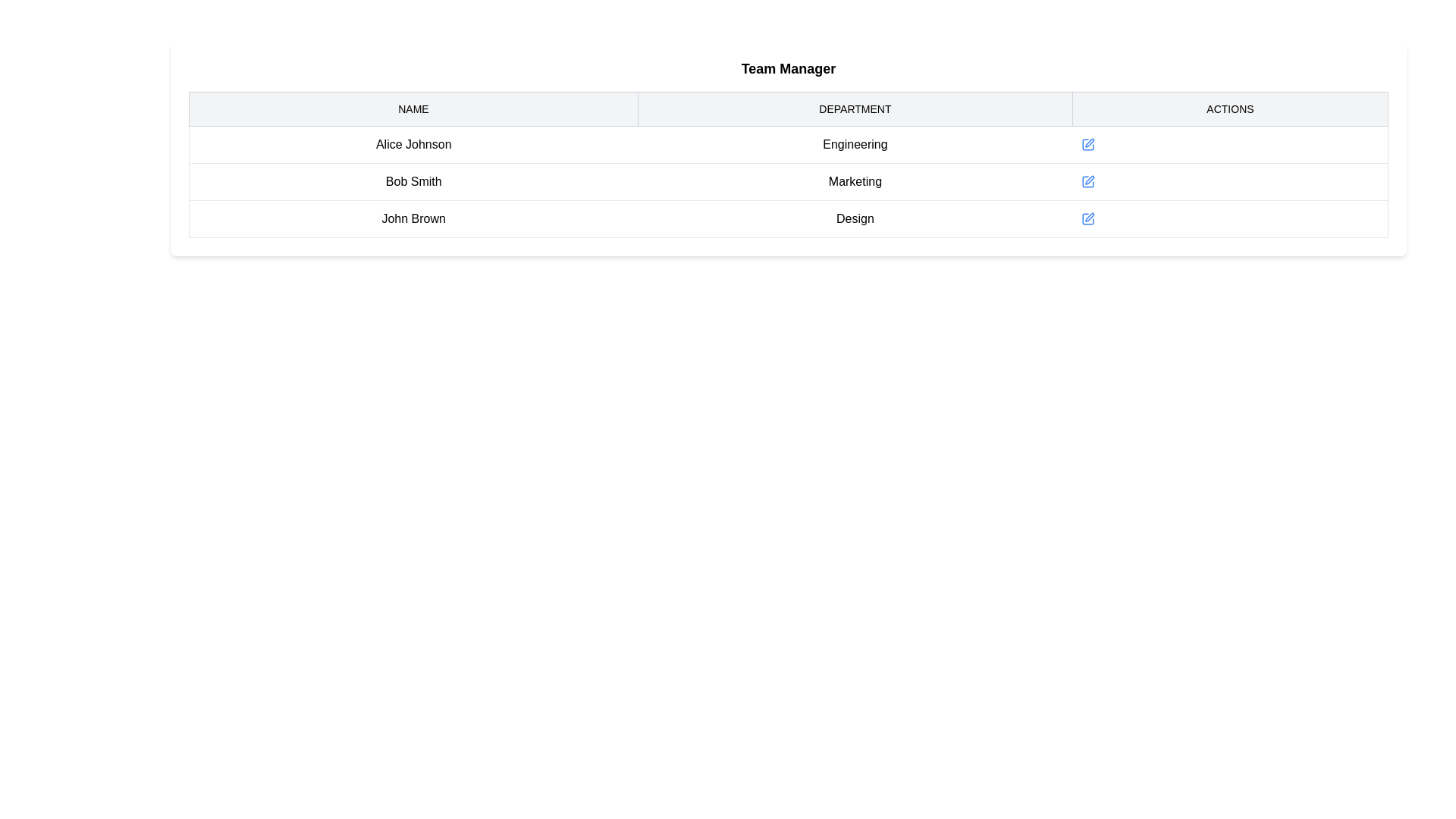 Image resolution: width=1456 pixels, height=819 pixels. I want to click on the third SVG-based pen icon in the 'Actions' column of the table next to 'John Brown' to initiate editing, so click(1087, 219).